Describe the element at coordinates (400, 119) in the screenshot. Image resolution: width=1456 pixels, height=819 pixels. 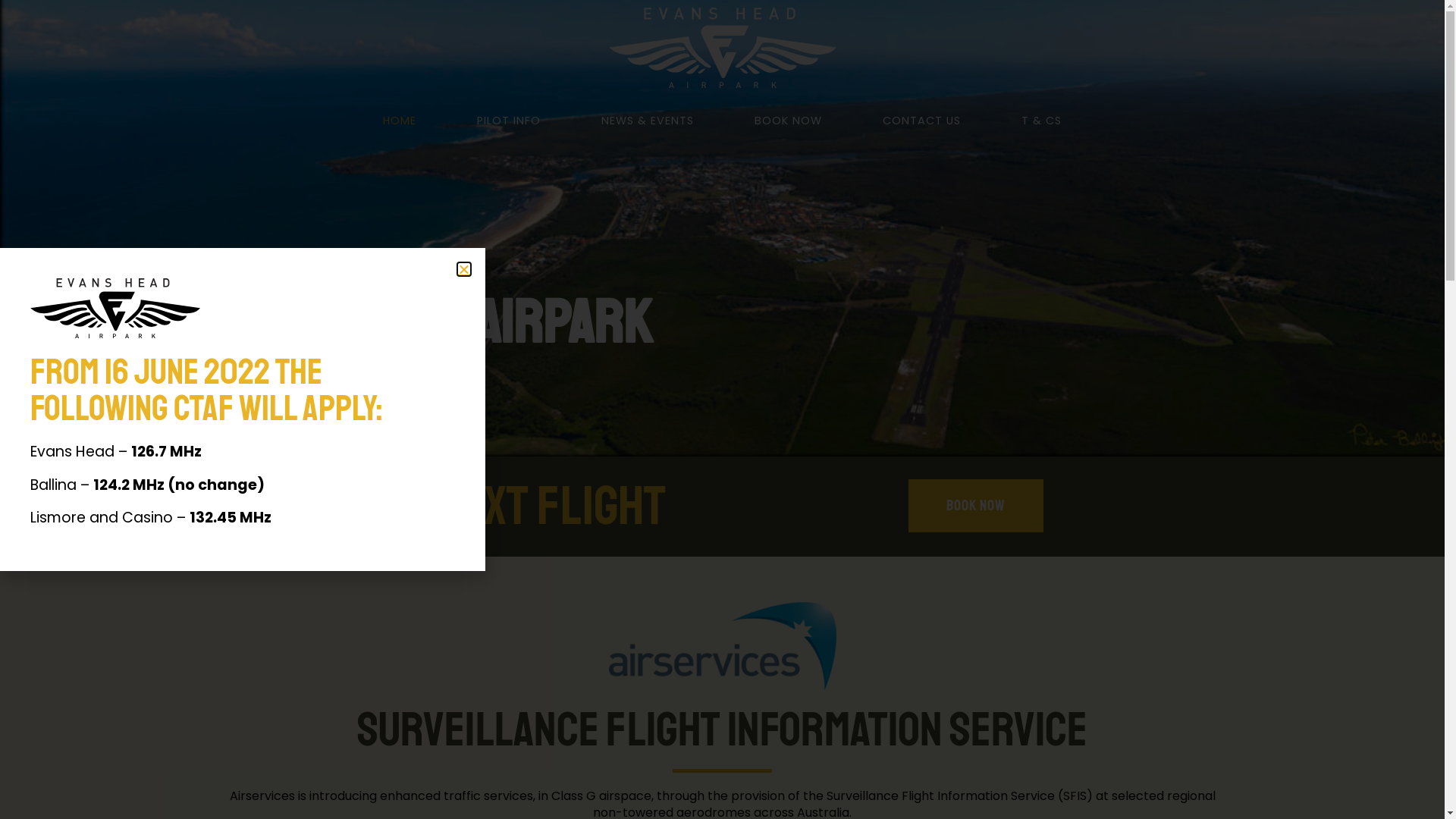
I see `'HOME'` at that location.